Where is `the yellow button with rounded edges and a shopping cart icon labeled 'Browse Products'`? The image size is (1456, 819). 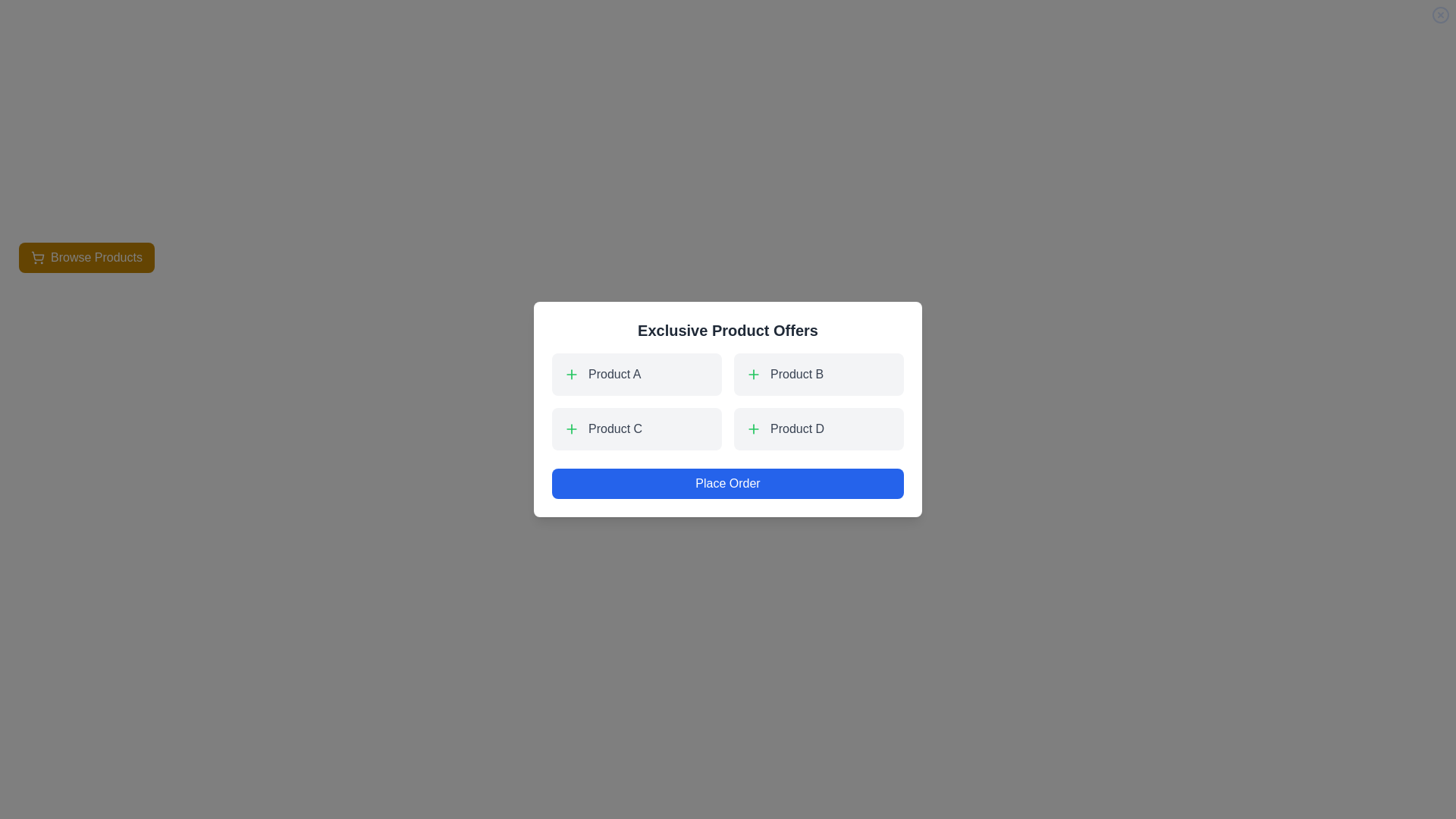
the yellow button with rounded edges and a shopping cart icon labeled 'Browse Products' is located at coordinates (86, 256).